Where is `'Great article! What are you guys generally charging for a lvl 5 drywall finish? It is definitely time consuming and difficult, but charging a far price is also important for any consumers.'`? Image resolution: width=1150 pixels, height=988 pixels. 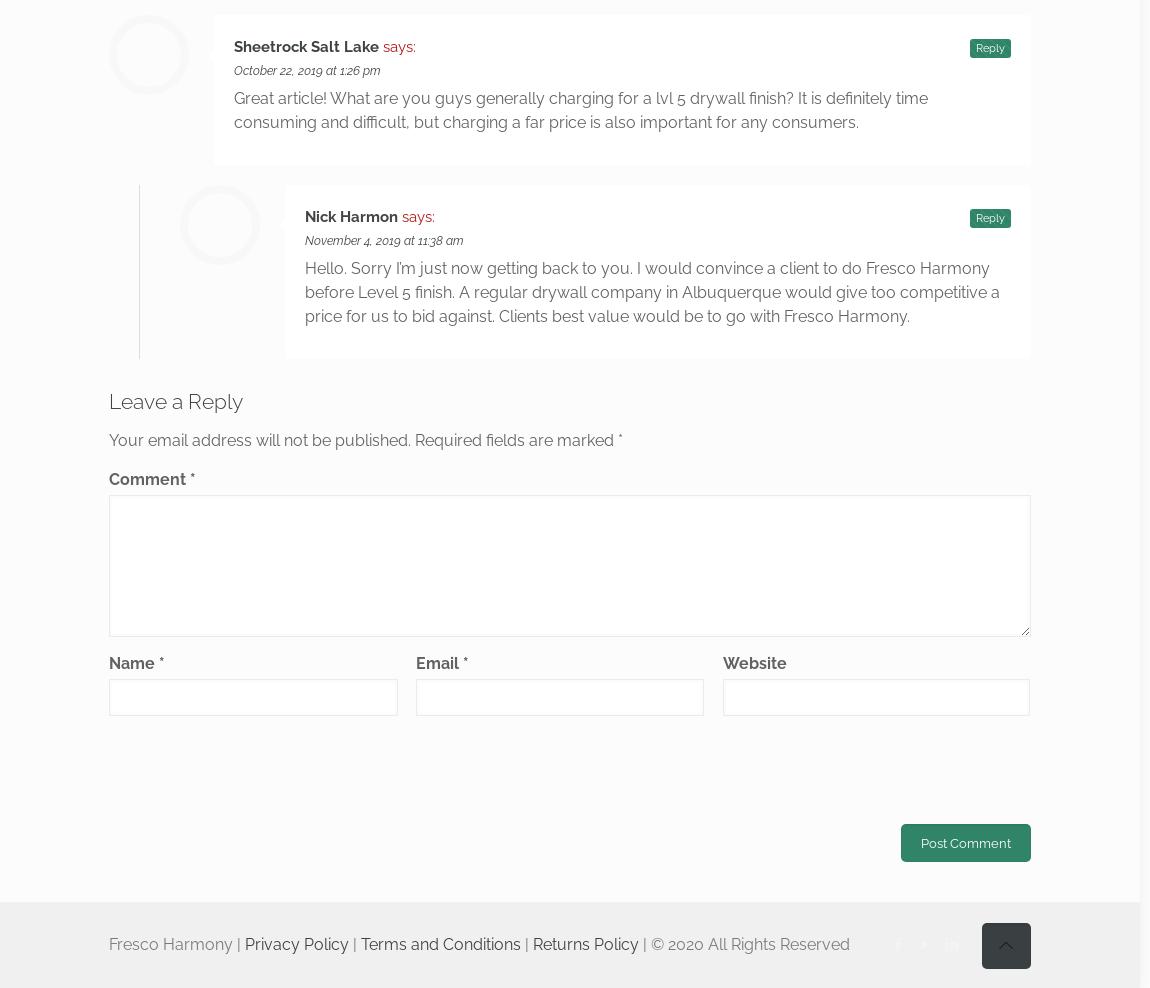 'Great article! What are you guys generally charging for a lvl 5 drywall finish? It is definitely time consuming and difficult, but charging a far price is also important for any consumers.' is located at coordinates (233, 110).